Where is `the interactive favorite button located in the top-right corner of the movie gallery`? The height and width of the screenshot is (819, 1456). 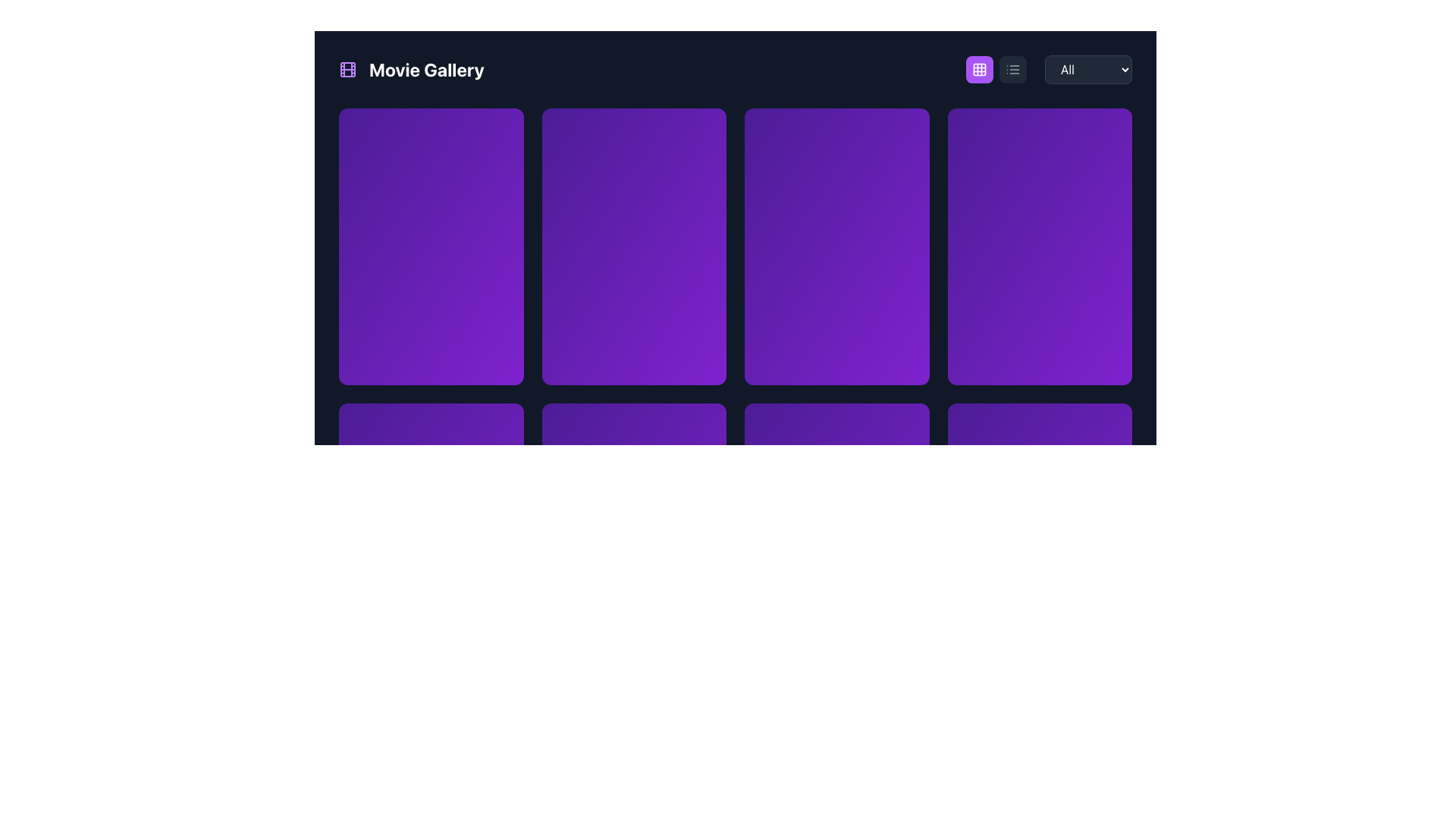 the interactive favorite button located in the top-right corner of the movie gallery is located at coordinates (1107, 131).